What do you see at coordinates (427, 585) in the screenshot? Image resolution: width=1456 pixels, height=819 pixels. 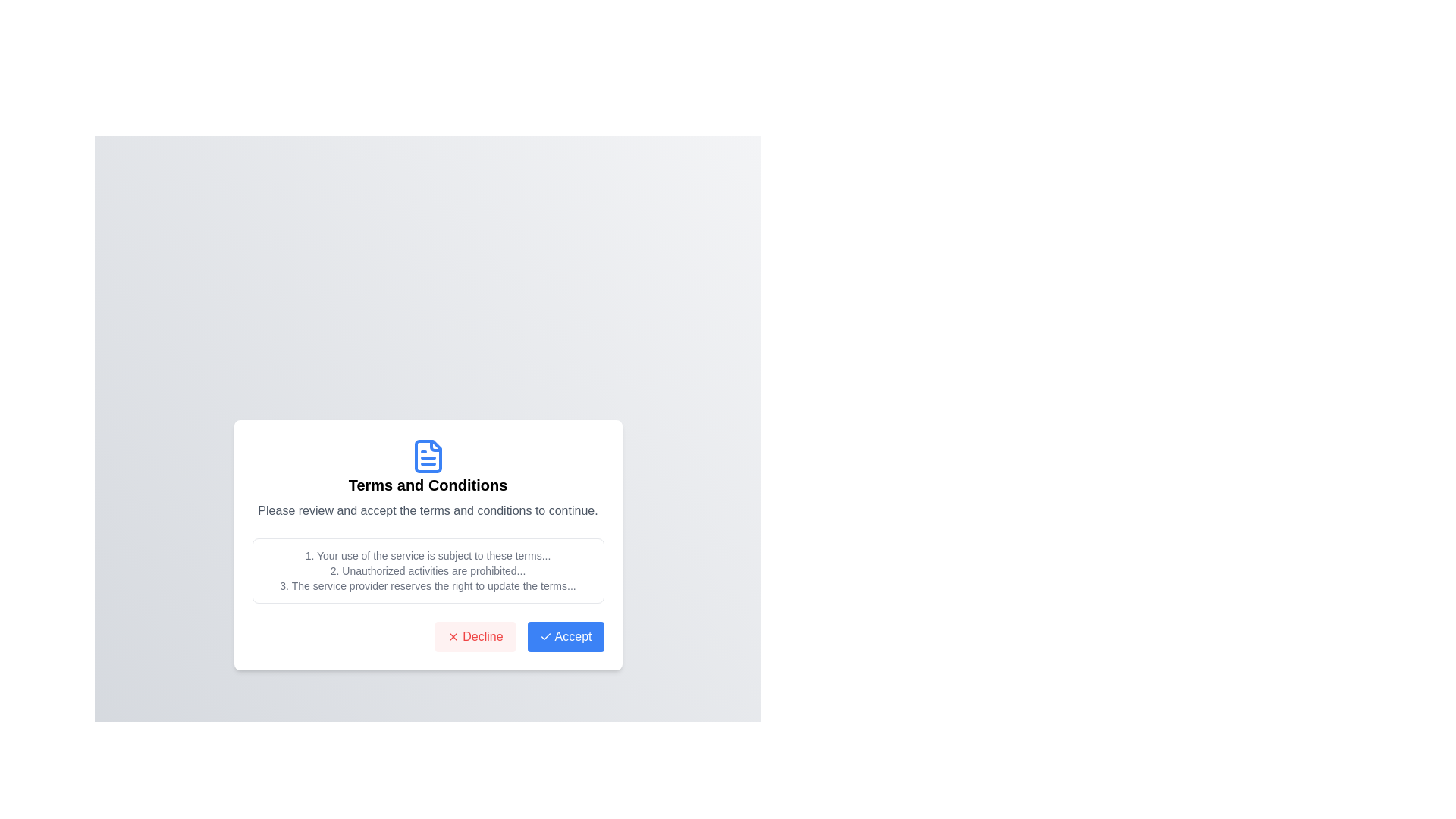 I see `the third text entry in the terms and conditions agreement located in a scrollable box within the modal dialog titled 'Terms and Conditions'` at bounding box center [427, 585].